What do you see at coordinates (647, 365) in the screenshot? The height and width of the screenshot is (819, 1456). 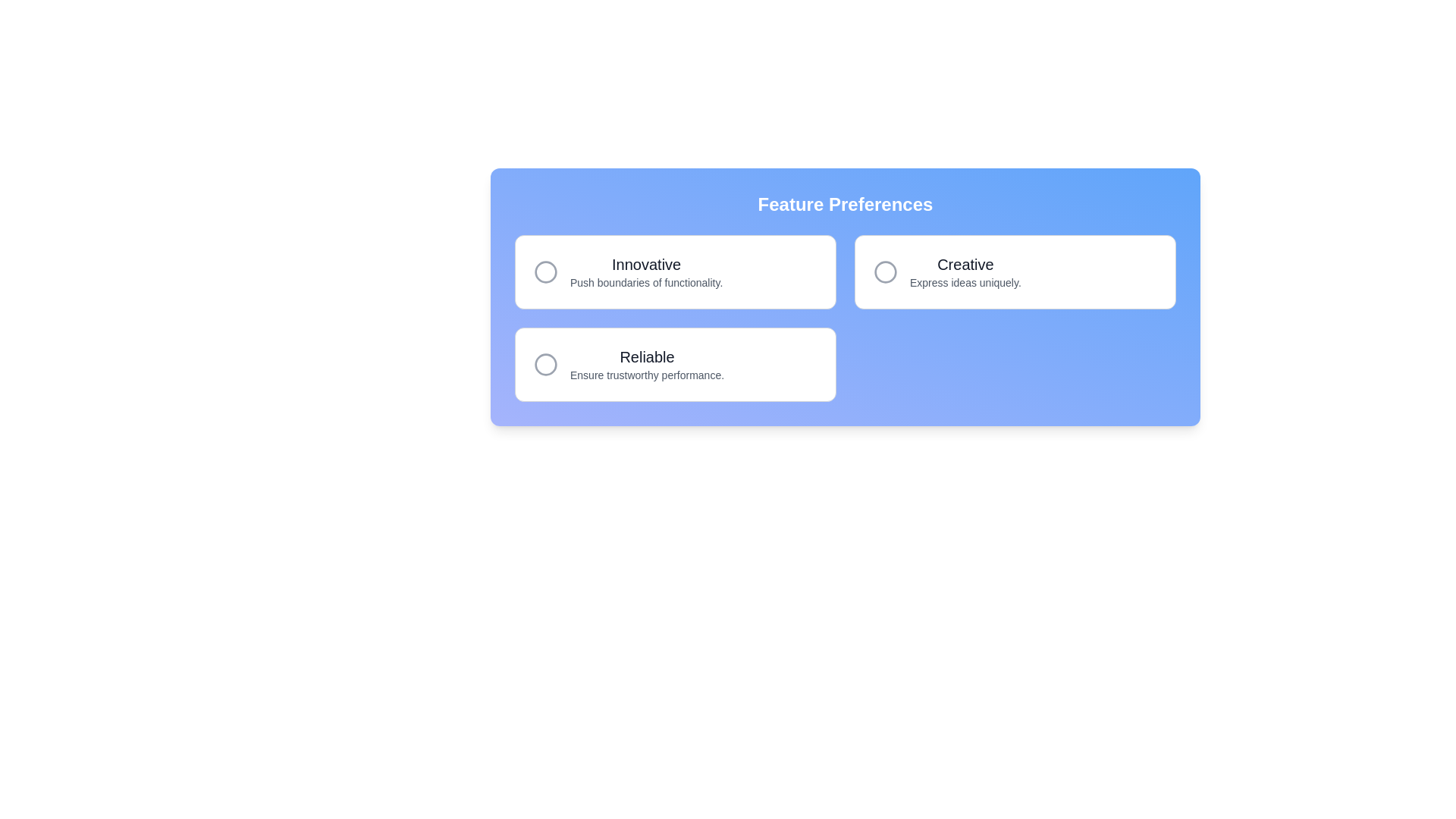 I see `descriptive text of the selectable option labeled 'Reliable' located in the lower left quadrant of the 'Feature Preferences' section, just below the 'Innovative' option` at bounding box center [647, 365].